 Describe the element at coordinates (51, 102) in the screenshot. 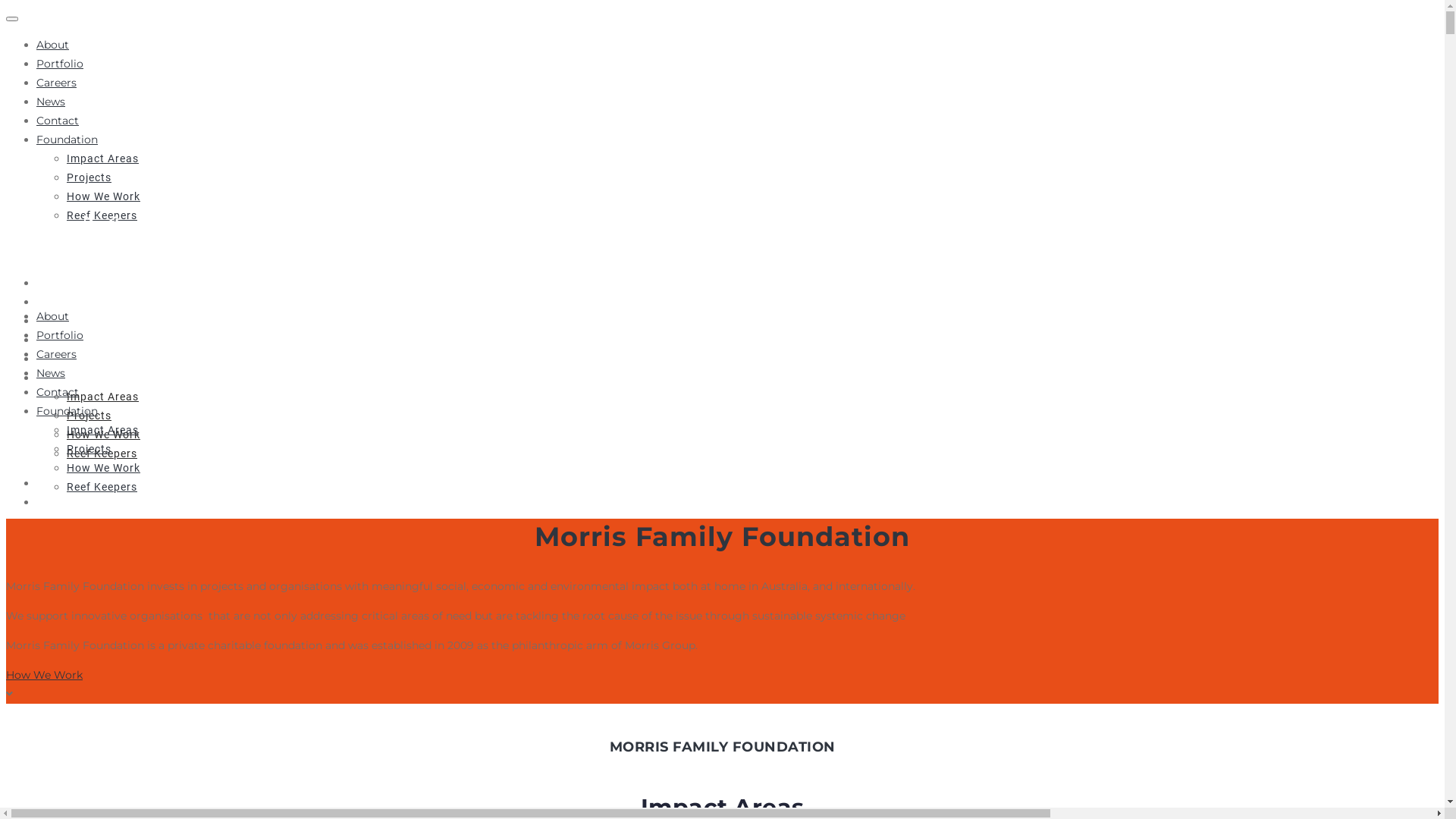

I see `'News'` at that location.